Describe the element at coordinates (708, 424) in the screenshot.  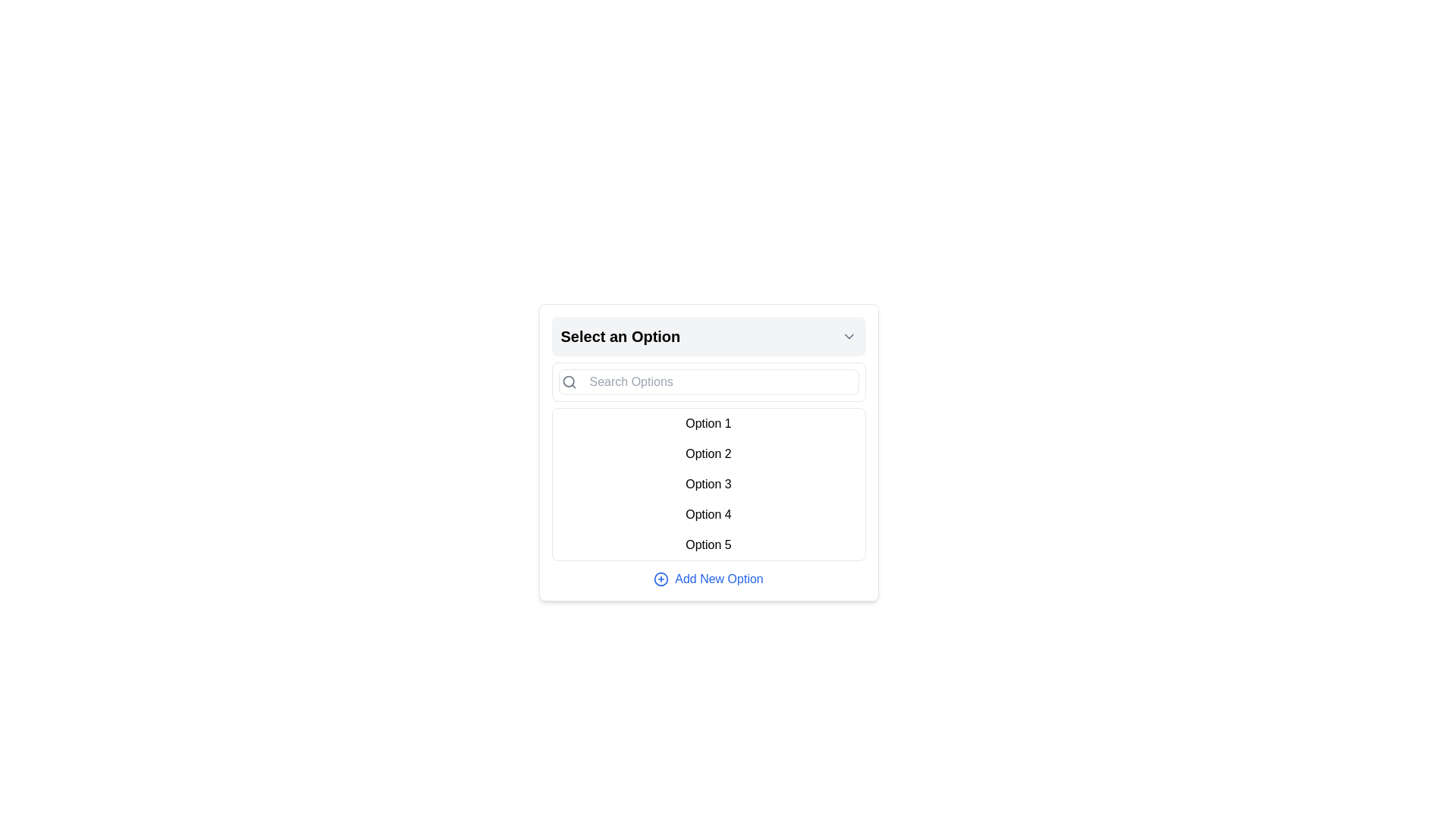
I see `the first item in the dropdown menu located under the 'Select an Option' label` at that location.